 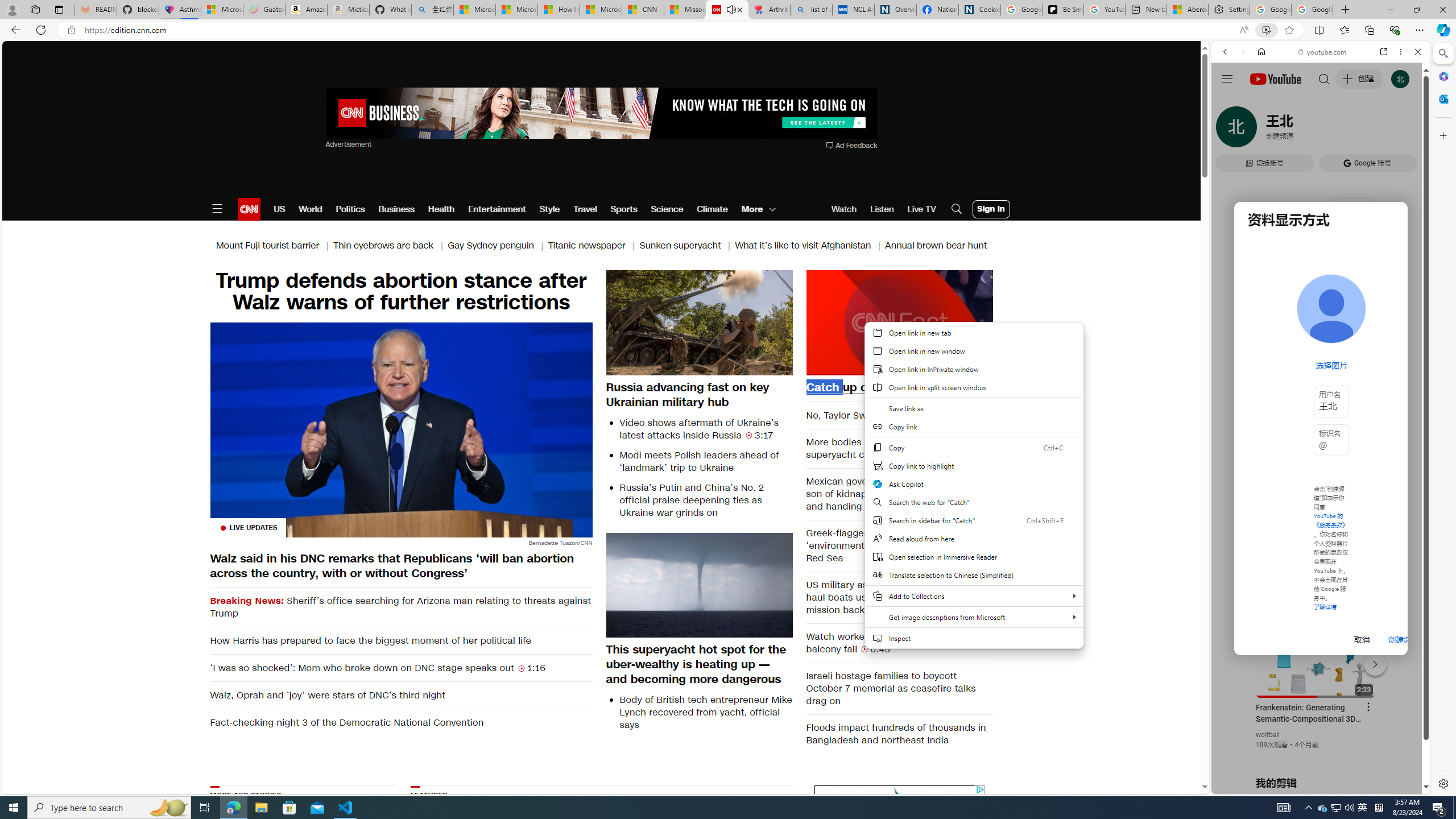 What do you see at coordinates (1319, 336) in the screenshot?
I see `'Trailer #2 [HD]'` at bounding box center [1319, 336].